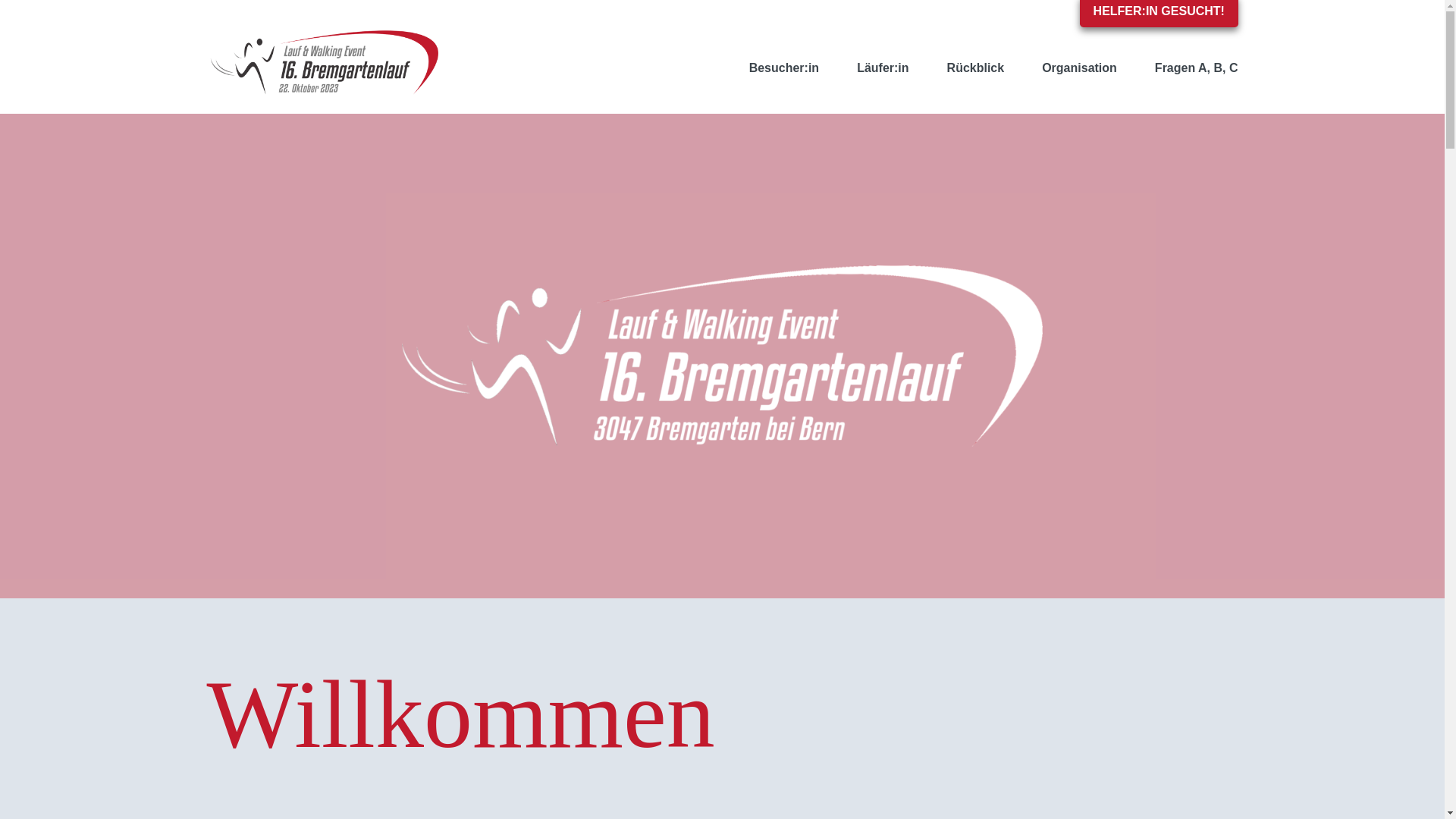 The height and width of the screenshot is (819, 1456). I want to click on 'Organisation', so click(1078, 67).